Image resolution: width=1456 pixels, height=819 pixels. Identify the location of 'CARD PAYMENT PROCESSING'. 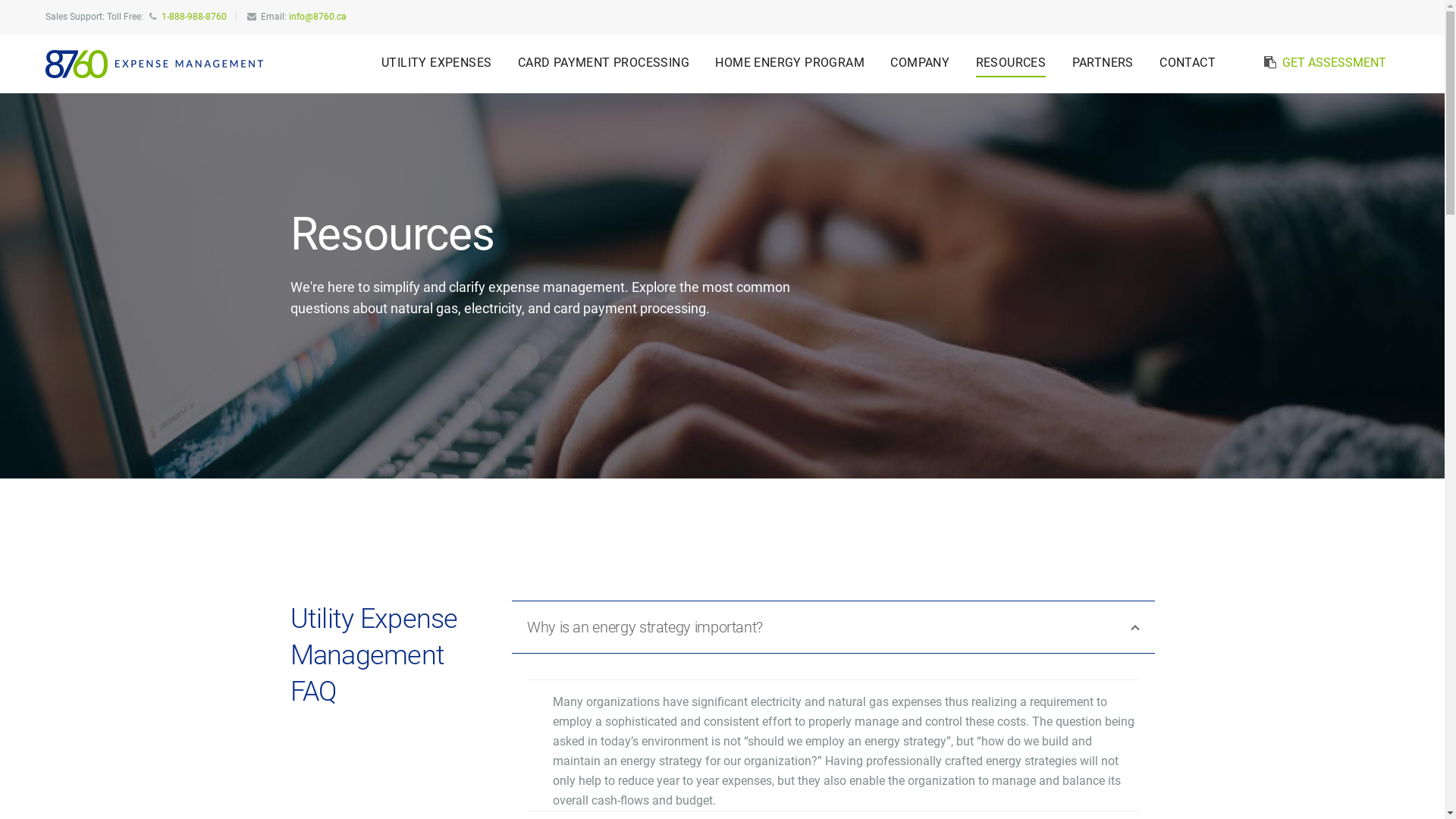
(603, 62).